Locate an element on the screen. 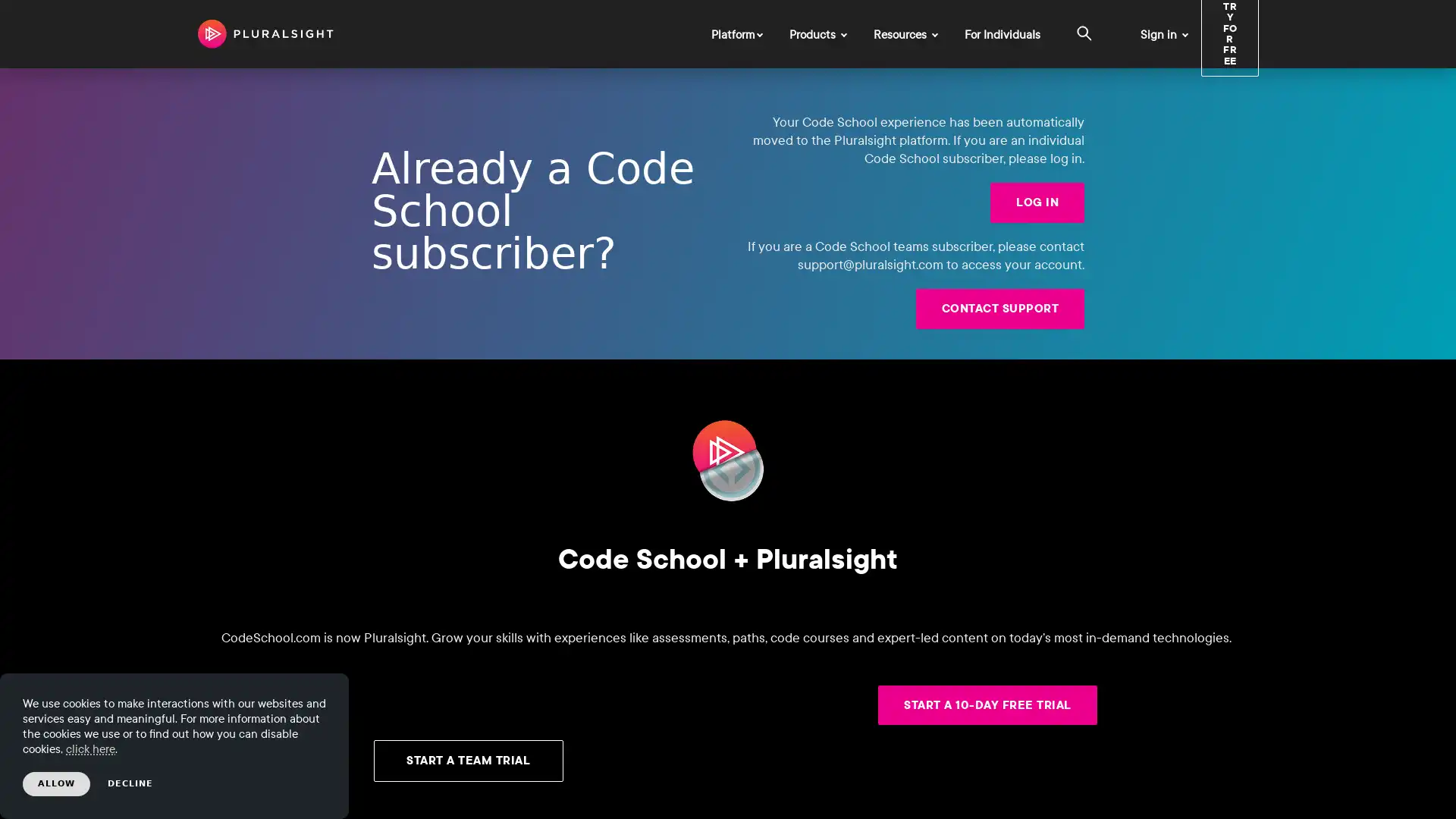 The image size is (1456, 819). ALLOW is located at coordinates (56, 783).